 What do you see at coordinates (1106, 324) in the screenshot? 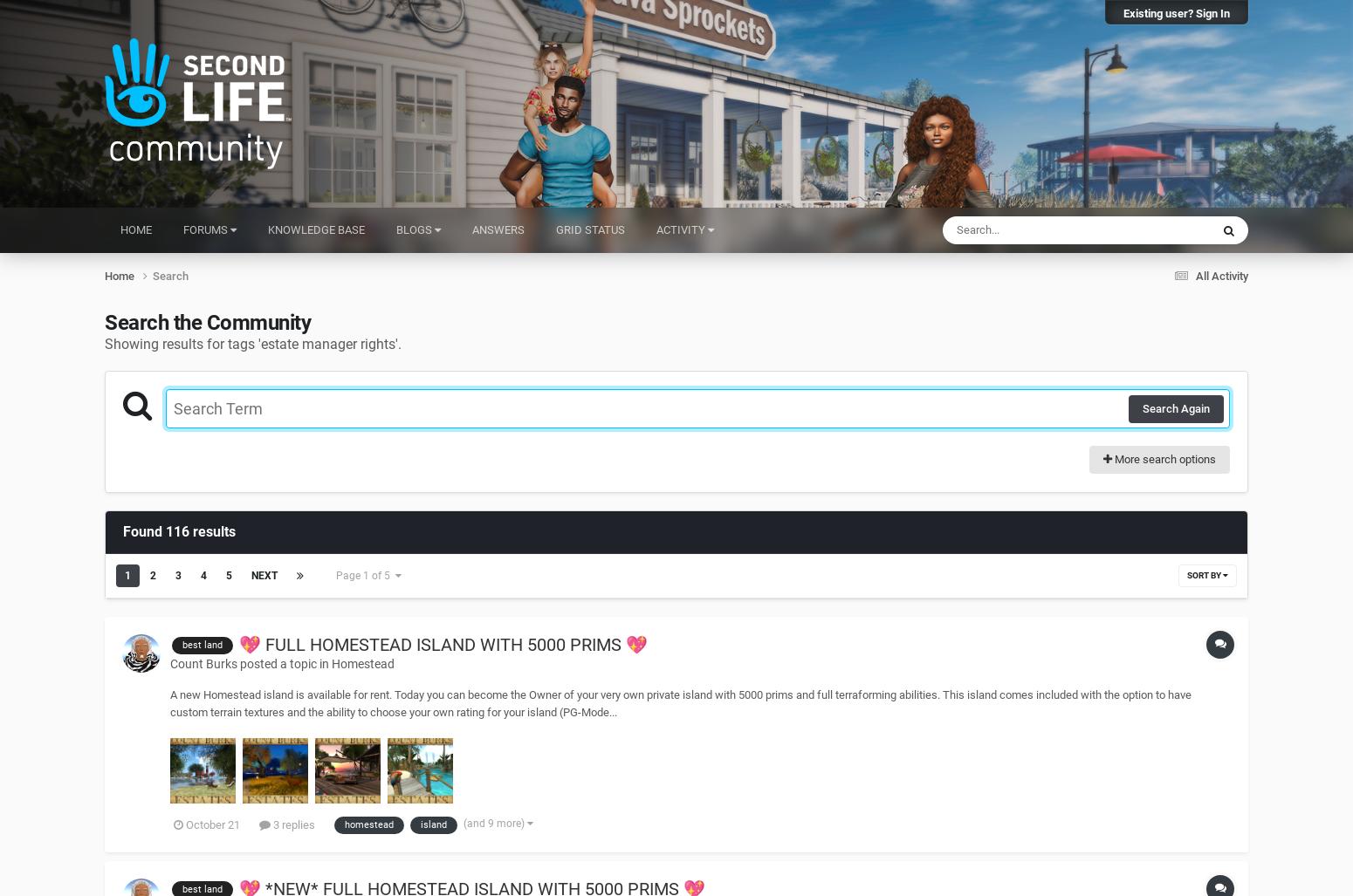
I see `'Blog Entries'` at bounding box center [1106, 324].